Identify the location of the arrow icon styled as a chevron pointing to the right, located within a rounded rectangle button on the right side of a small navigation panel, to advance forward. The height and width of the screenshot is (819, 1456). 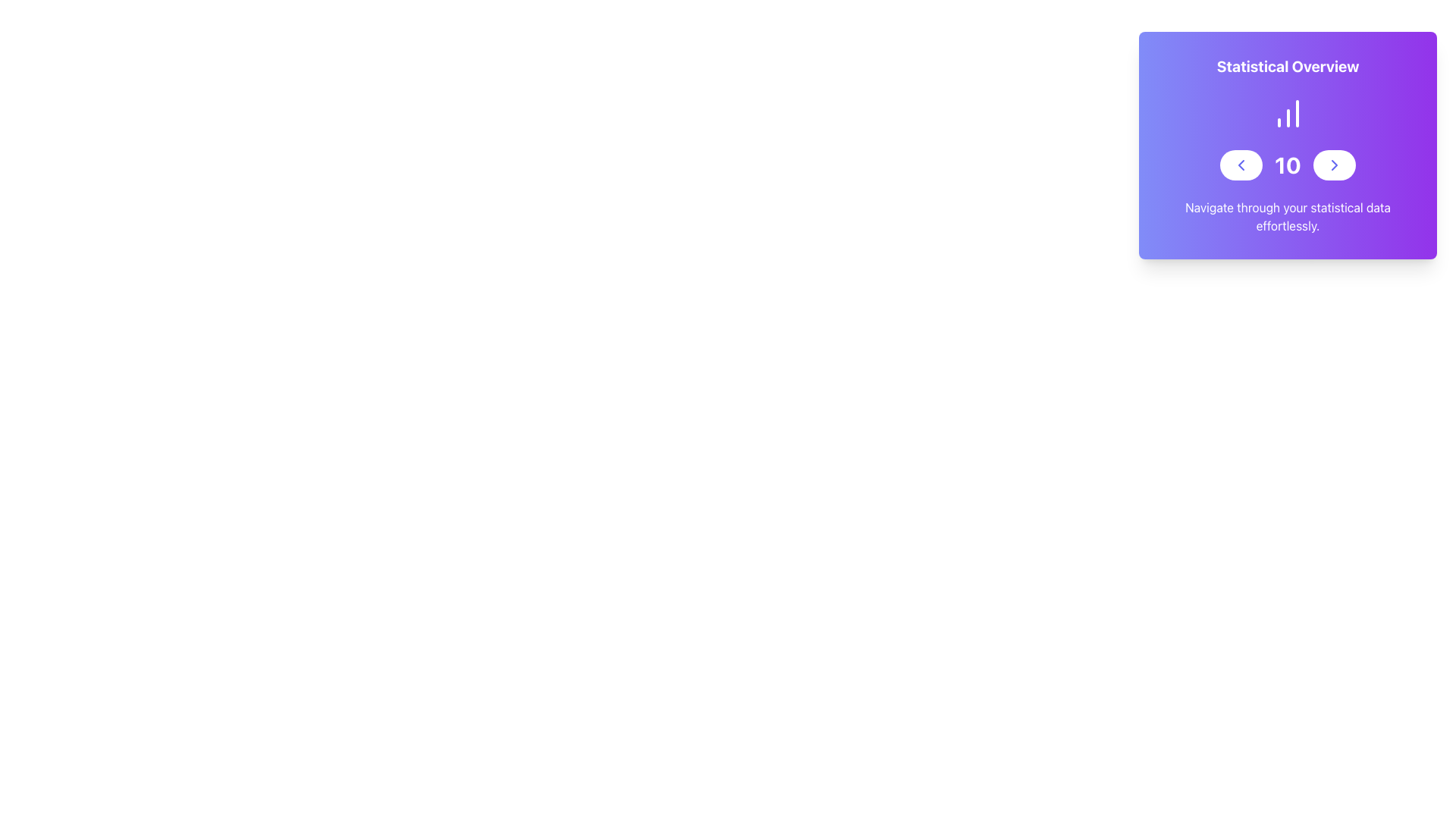
(1332, 165).